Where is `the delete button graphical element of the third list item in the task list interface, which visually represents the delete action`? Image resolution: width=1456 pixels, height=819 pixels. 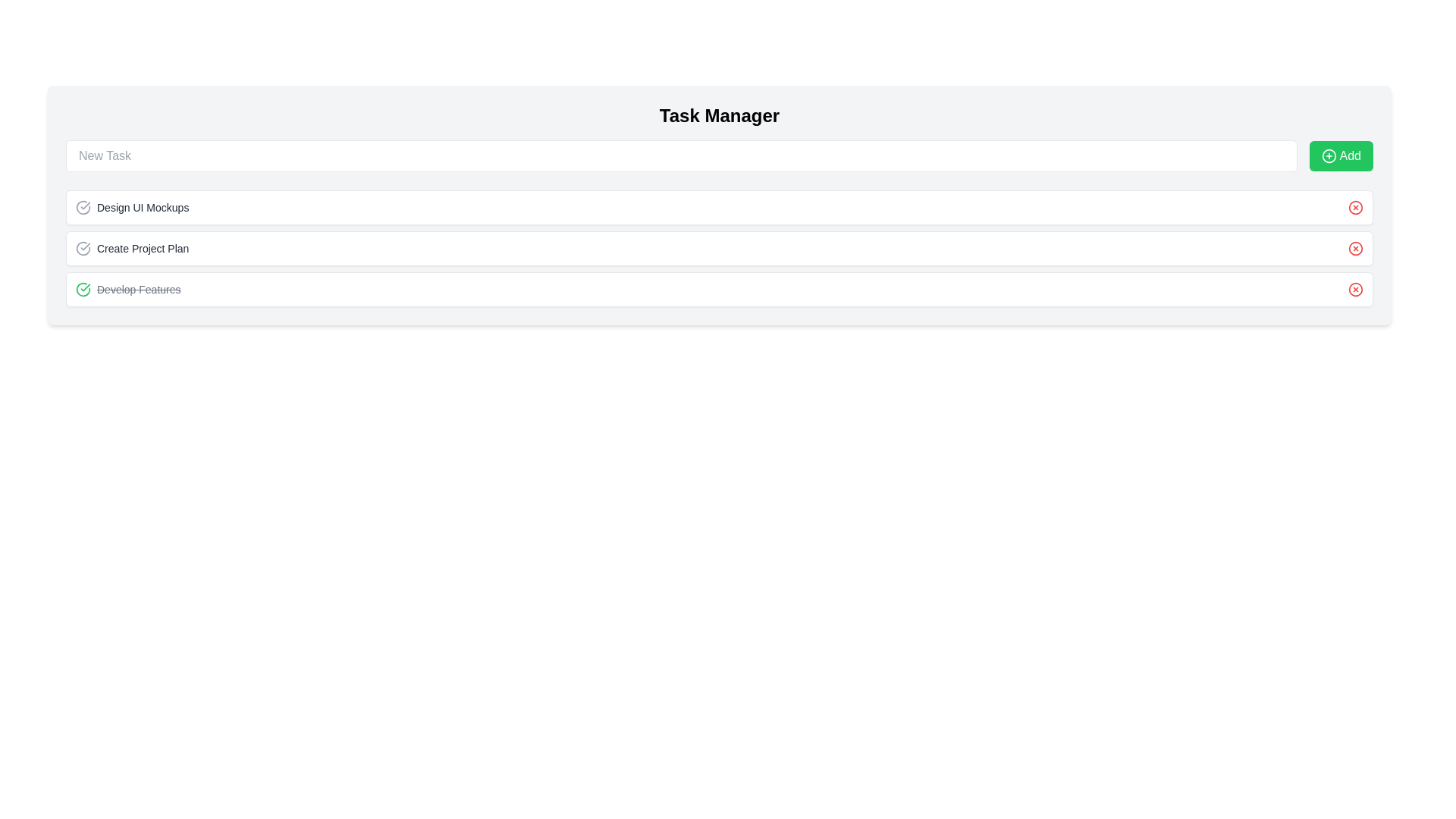 the delete button graphical element of the third list item in the task list interface, which visually represents the delete action is located at coordinates (1356, 247).